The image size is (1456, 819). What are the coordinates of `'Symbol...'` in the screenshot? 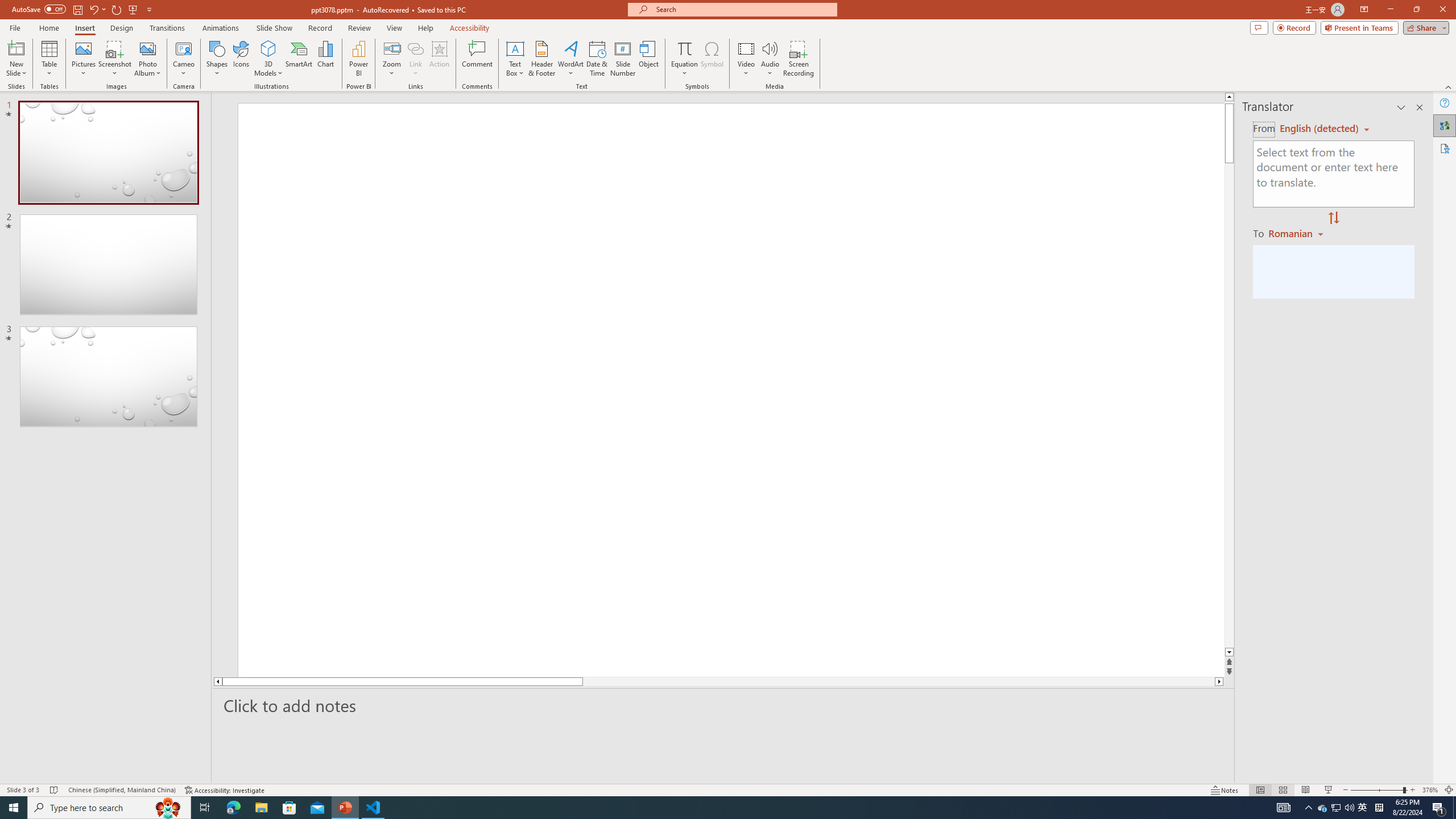 It's located at (712, 59).